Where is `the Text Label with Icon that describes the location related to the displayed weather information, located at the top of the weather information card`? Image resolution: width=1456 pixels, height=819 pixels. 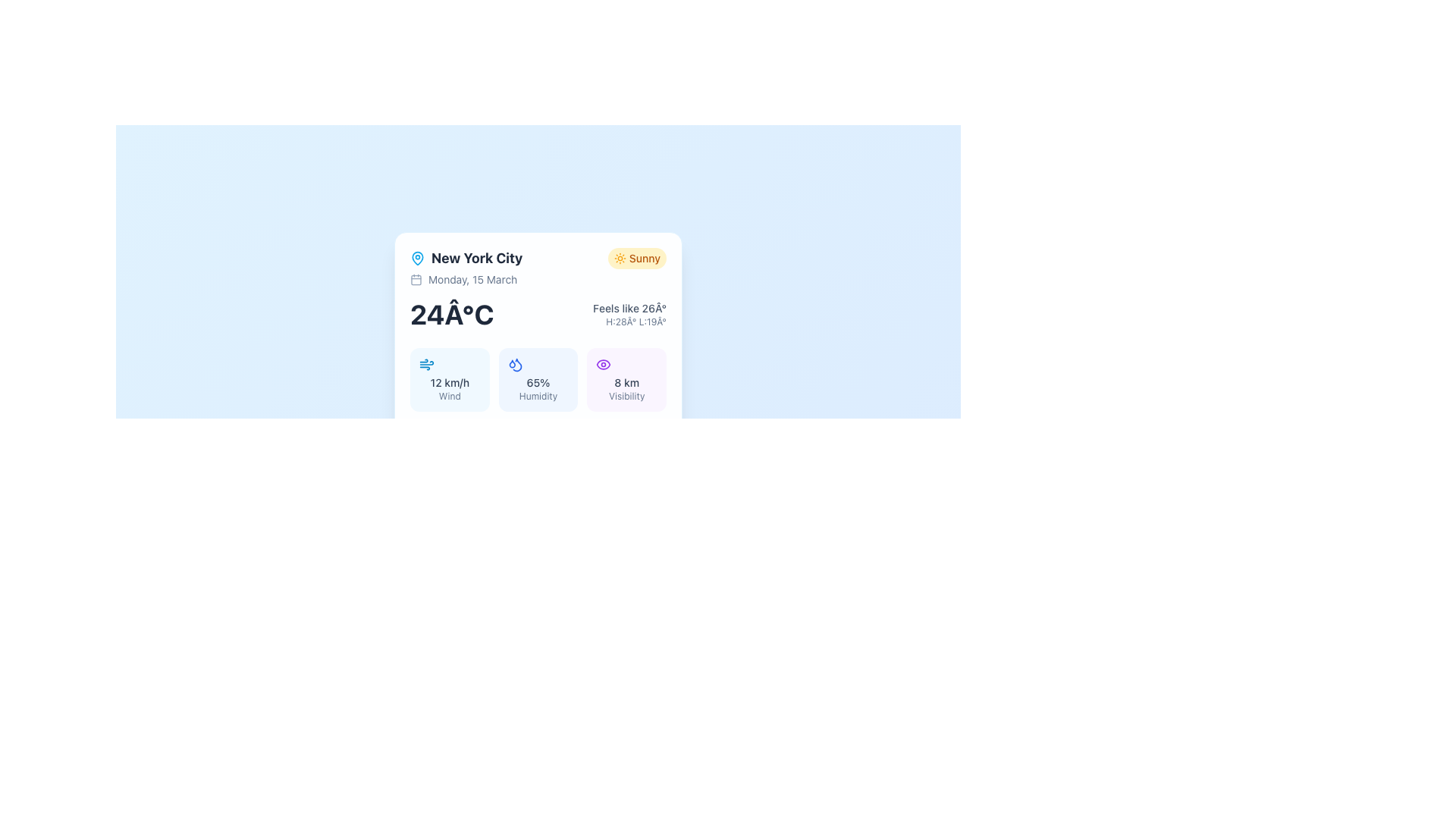 the Text Label with Icon that describes the location related to the displayed weather information, located at the top of the weather information card is located at coordinates (466, 257).